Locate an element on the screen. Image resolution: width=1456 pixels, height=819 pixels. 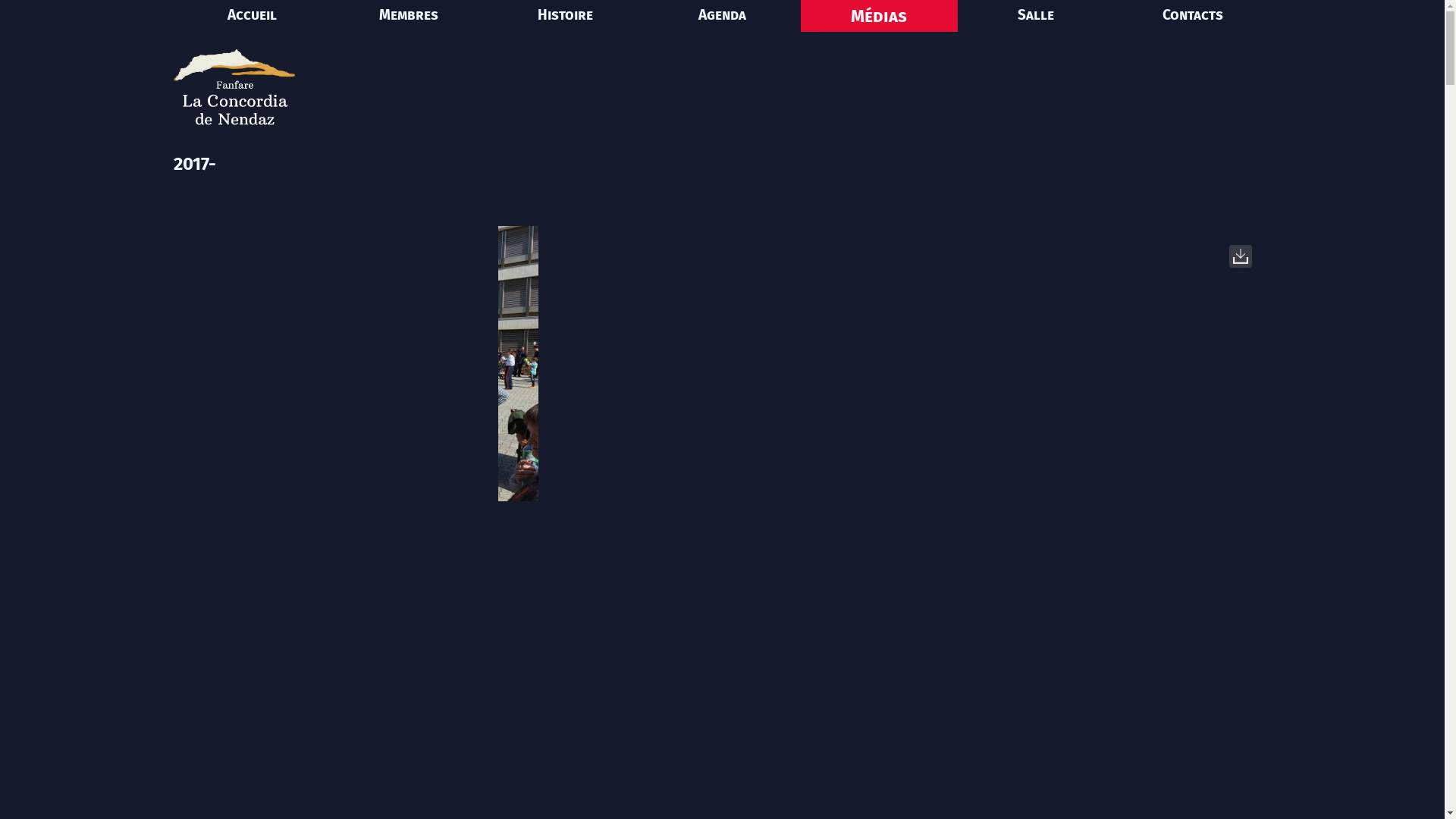
'Contacts' is located at coordinates (1192, 15).